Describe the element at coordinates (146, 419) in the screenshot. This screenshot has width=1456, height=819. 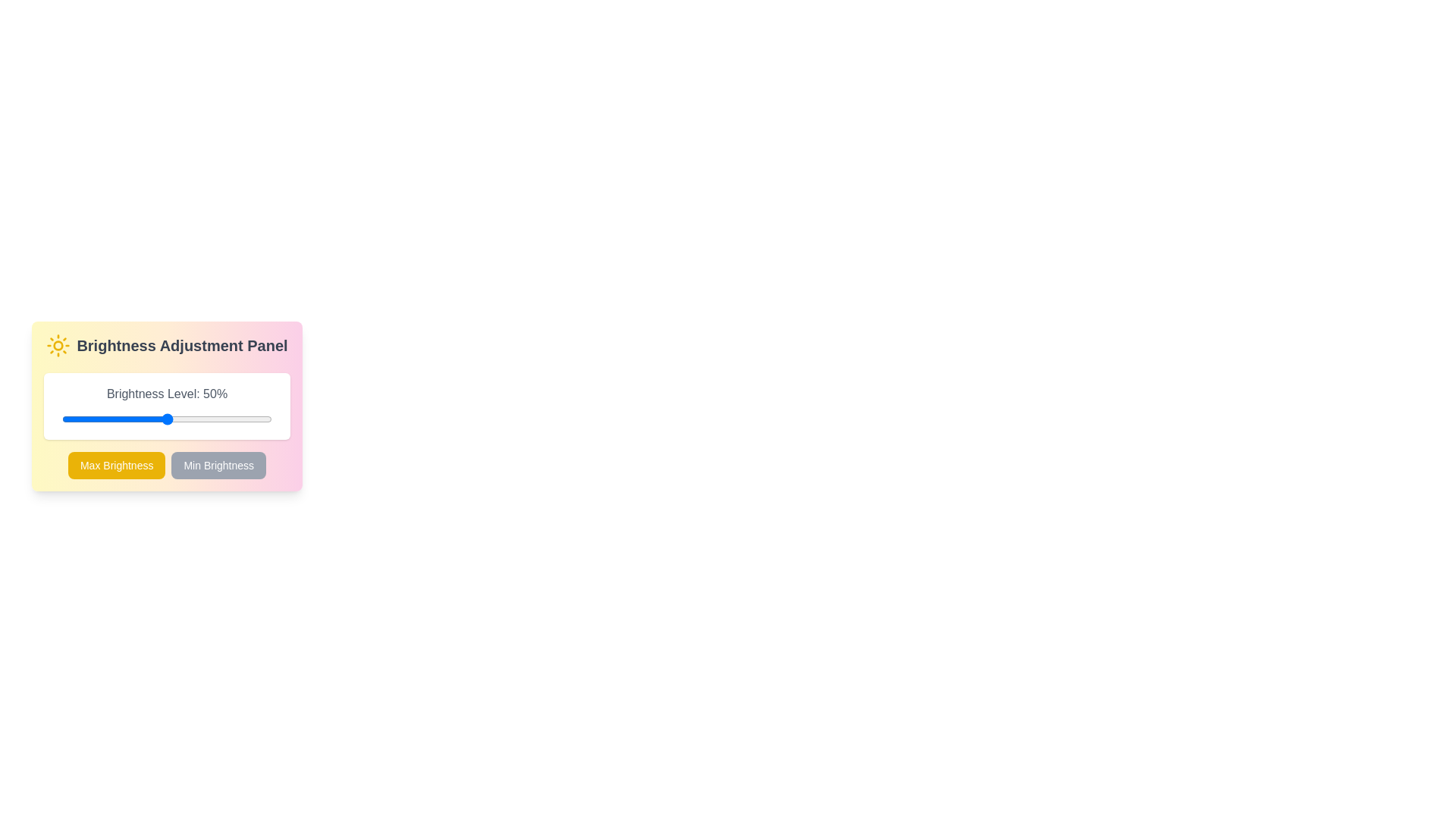
I see `the brightness by dragging the slider to 40%` at that location.